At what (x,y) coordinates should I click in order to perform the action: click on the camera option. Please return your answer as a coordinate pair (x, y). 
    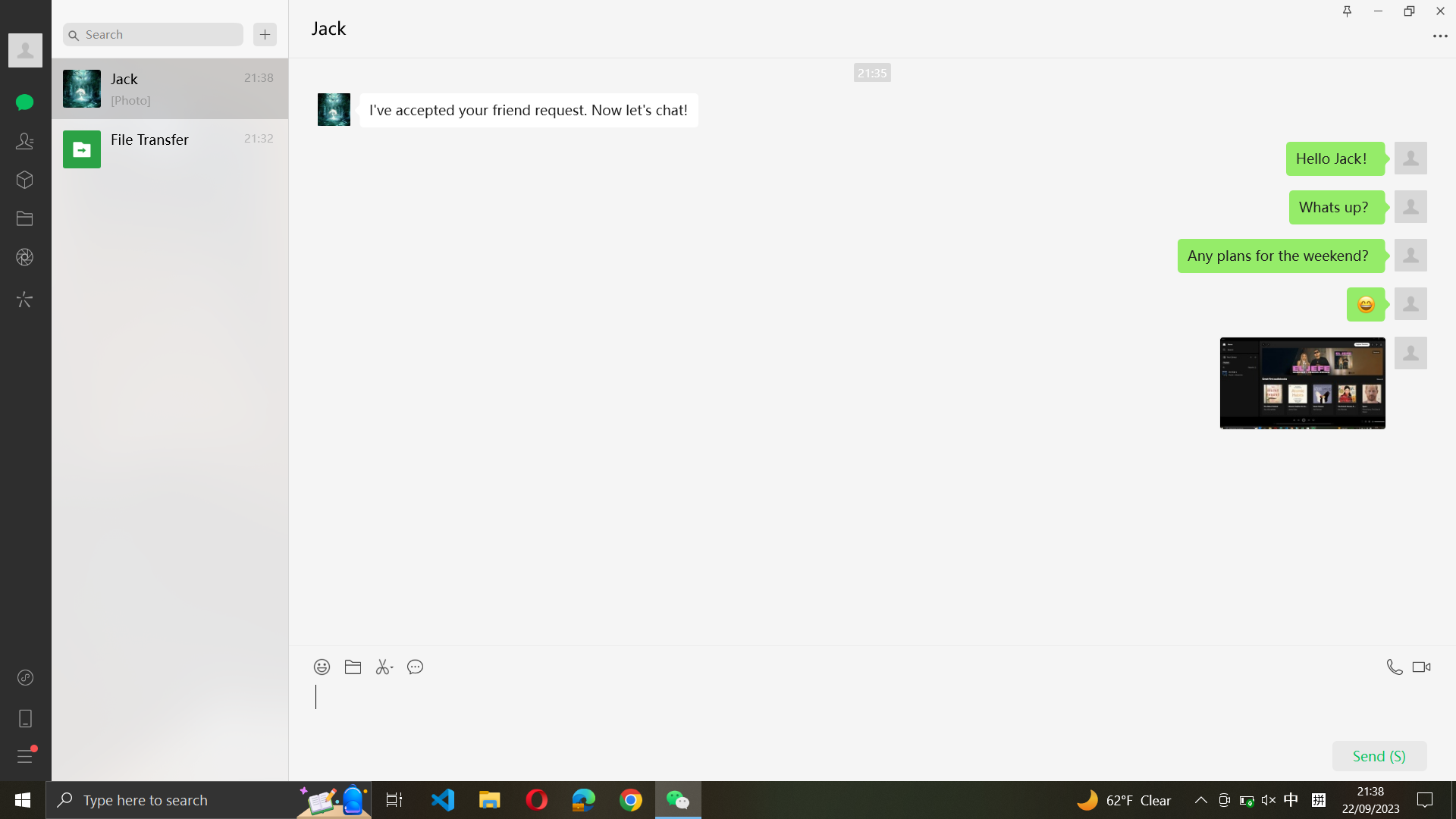
    Looking at the image, I should click on (26, 258).